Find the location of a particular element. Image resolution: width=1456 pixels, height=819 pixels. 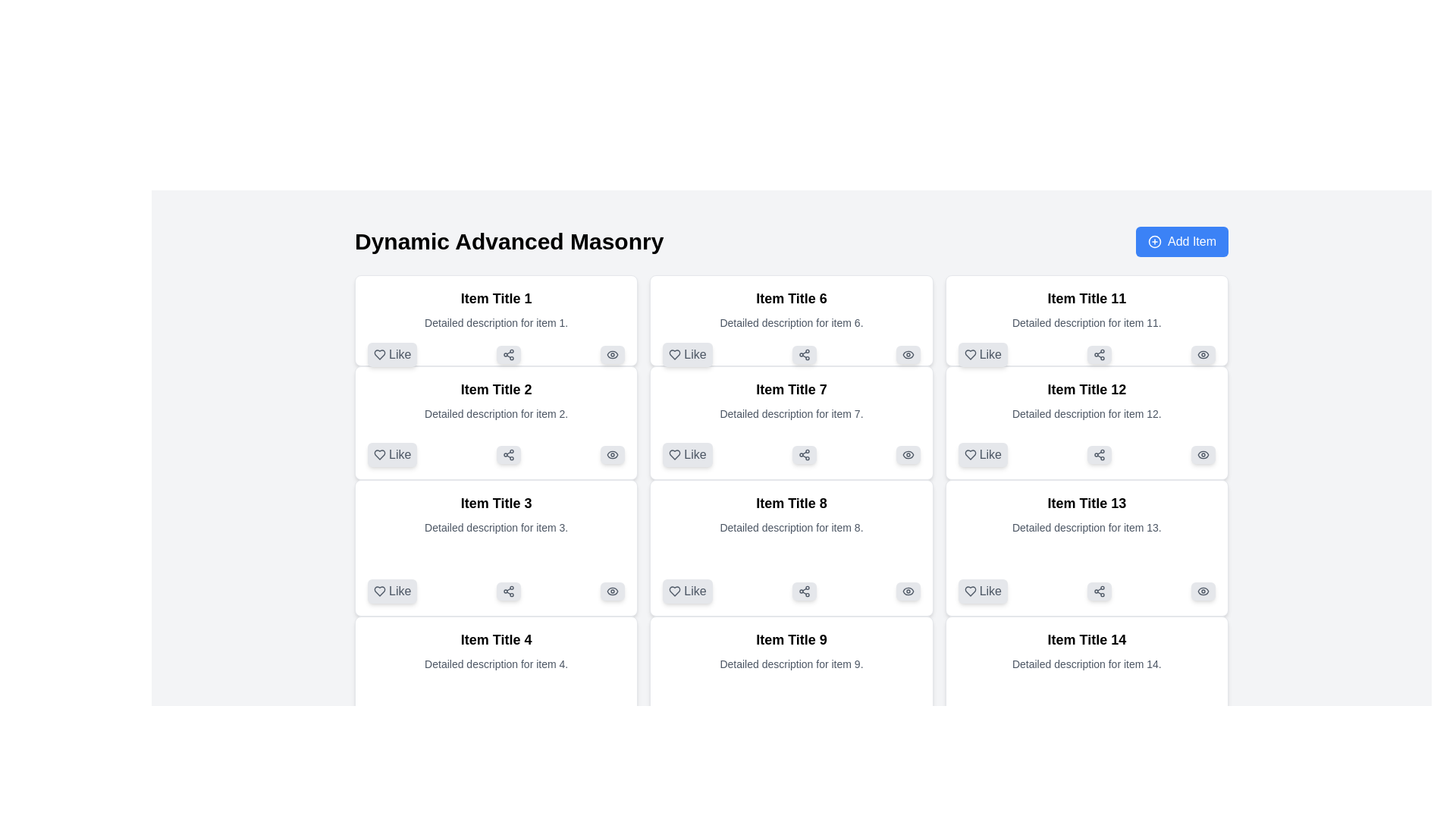

the heart SVG icon within the 'Like' button located in the card titled 'Item Title 11' is located at coordinates (969, 354).